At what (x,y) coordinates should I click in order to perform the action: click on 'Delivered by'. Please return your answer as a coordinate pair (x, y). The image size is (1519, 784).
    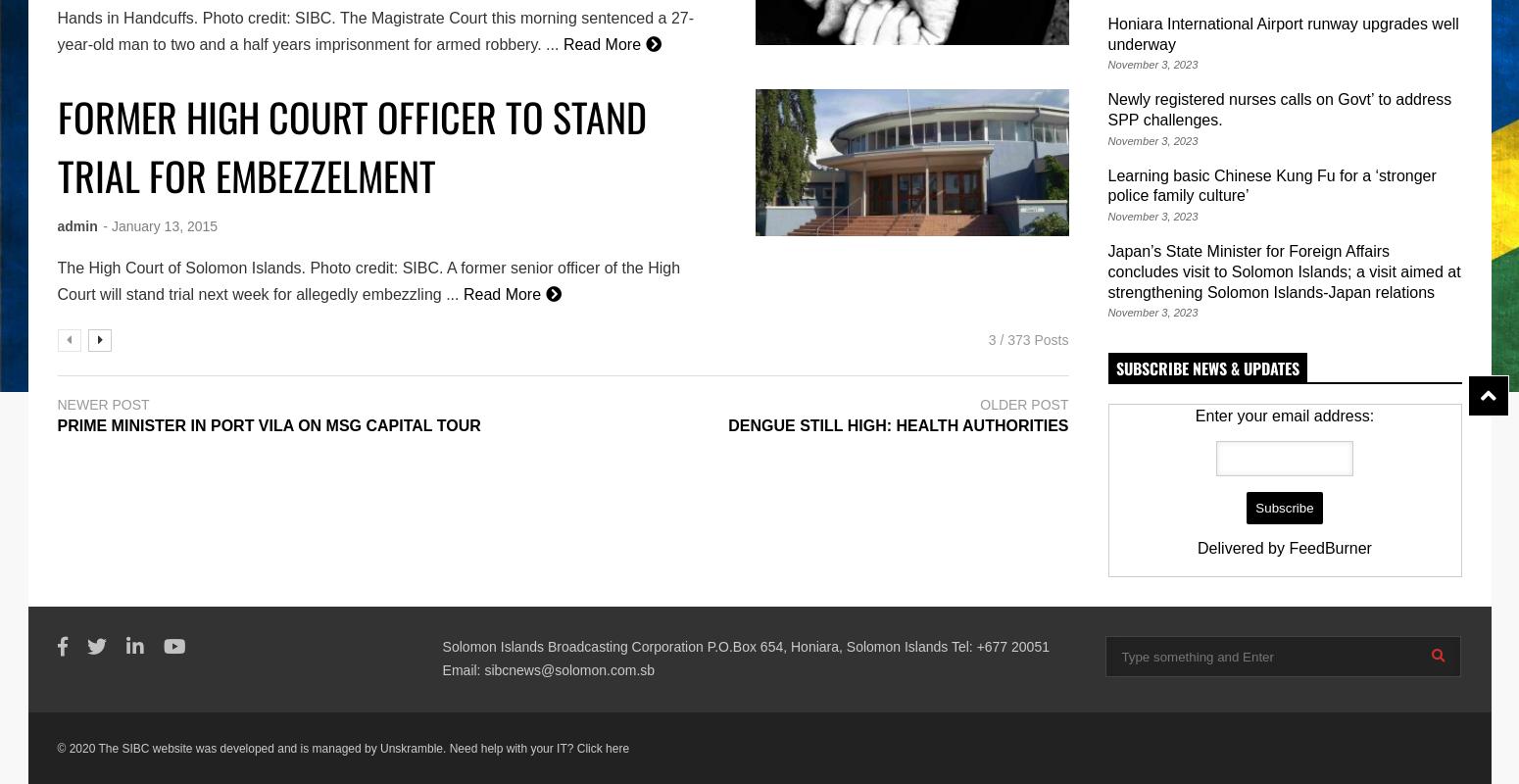
    Looking at the image, I should click on (1198, 548).